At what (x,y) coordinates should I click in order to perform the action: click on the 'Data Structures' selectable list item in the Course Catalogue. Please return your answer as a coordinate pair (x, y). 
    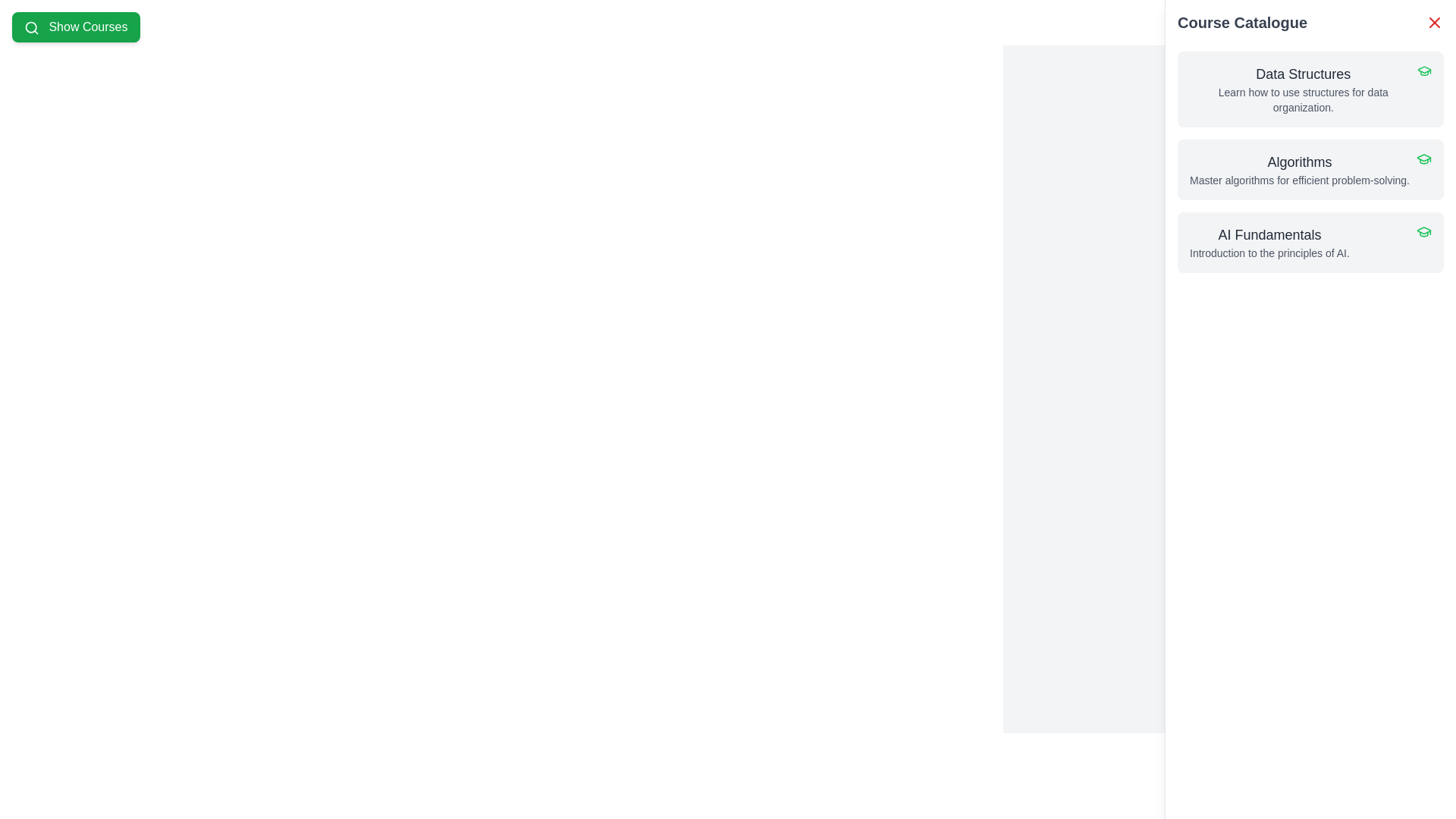
    Looking at the image, I should click on (1310, 89).